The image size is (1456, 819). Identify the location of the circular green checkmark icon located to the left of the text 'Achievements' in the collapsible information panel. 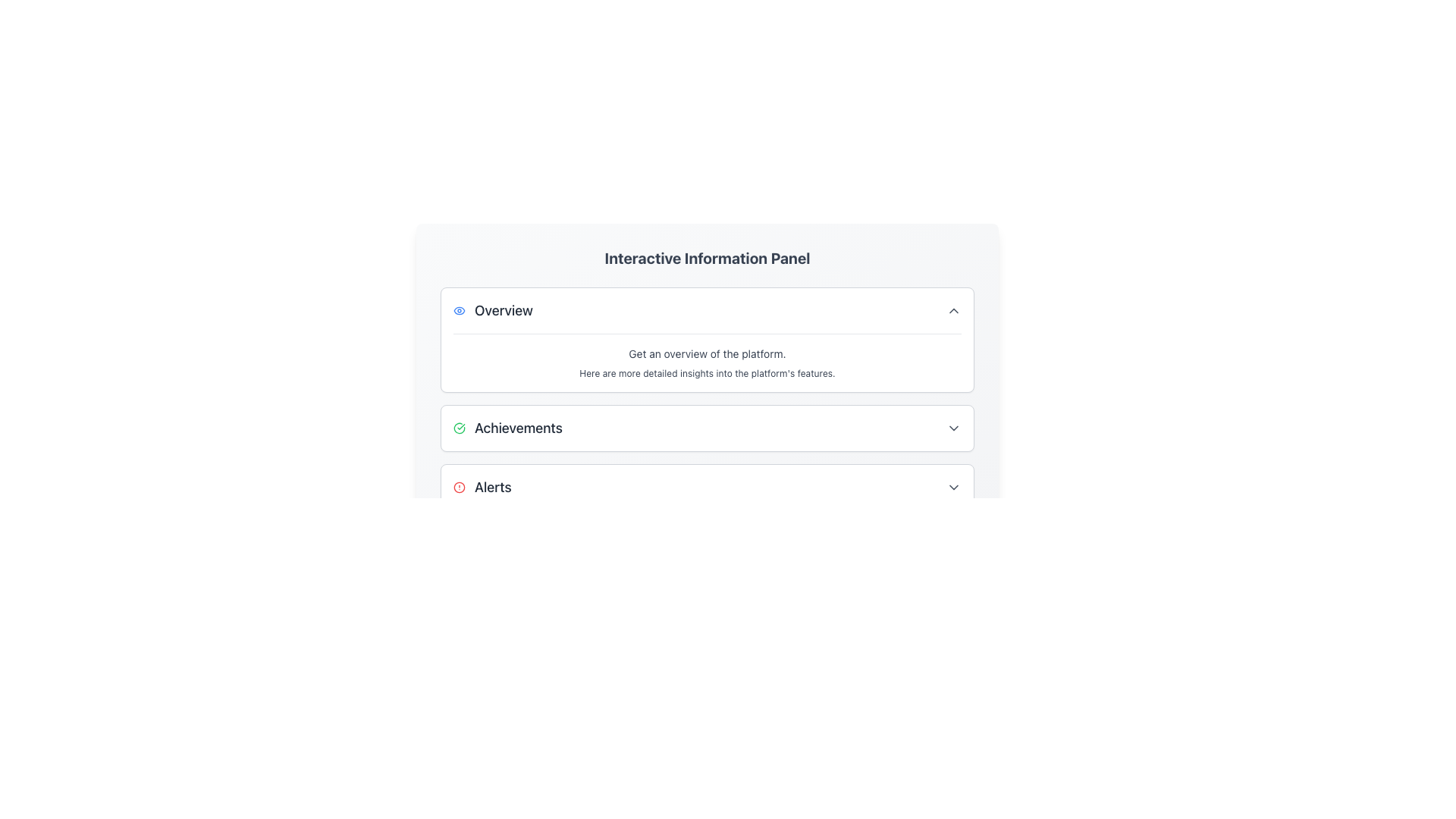
(458, 428).